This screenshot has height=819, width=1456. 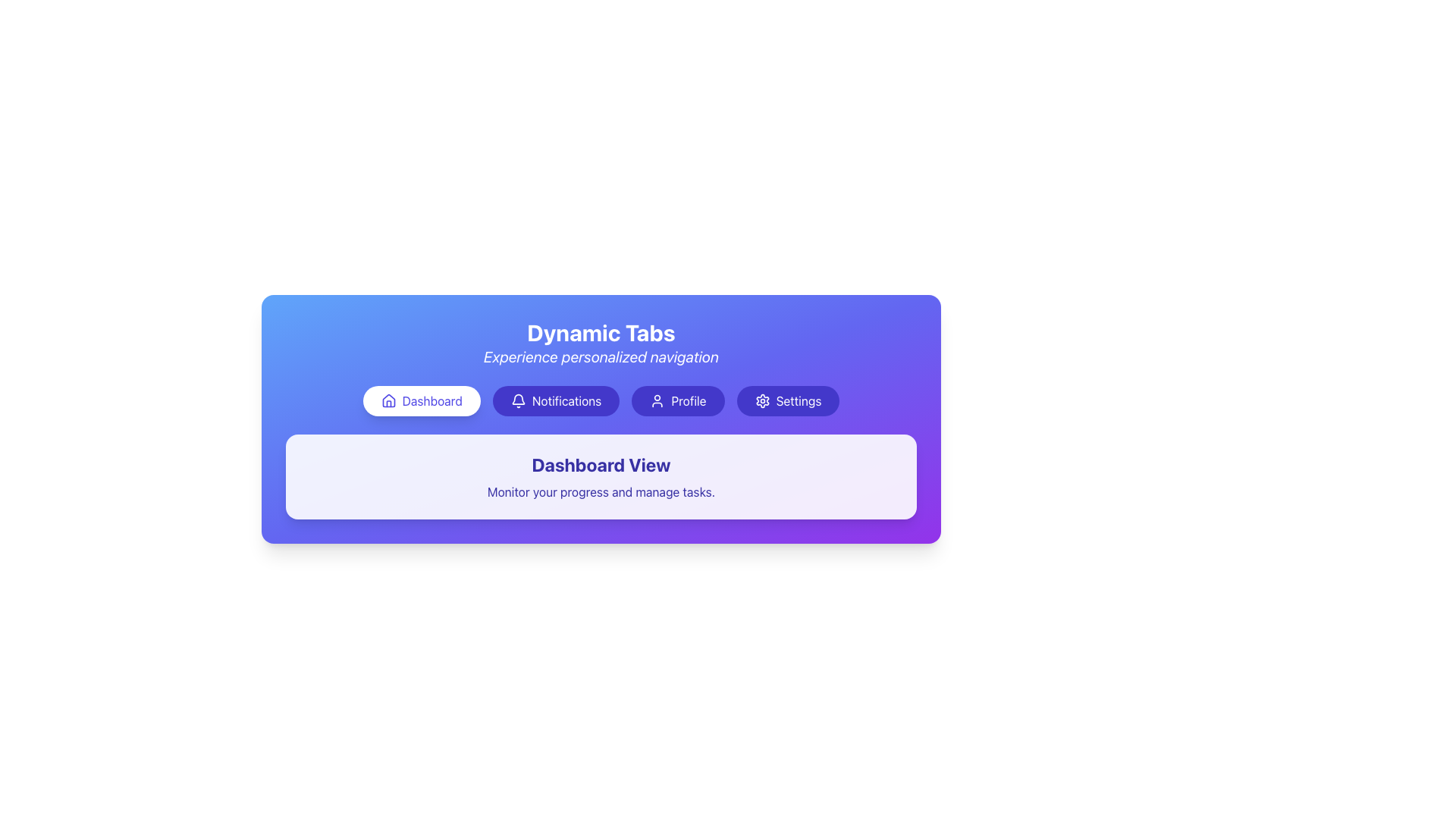 I want to click on the text label that indicates the purpose of the surrounding button for navigating to the dashboard section of the application, so click(x=431, y=400).